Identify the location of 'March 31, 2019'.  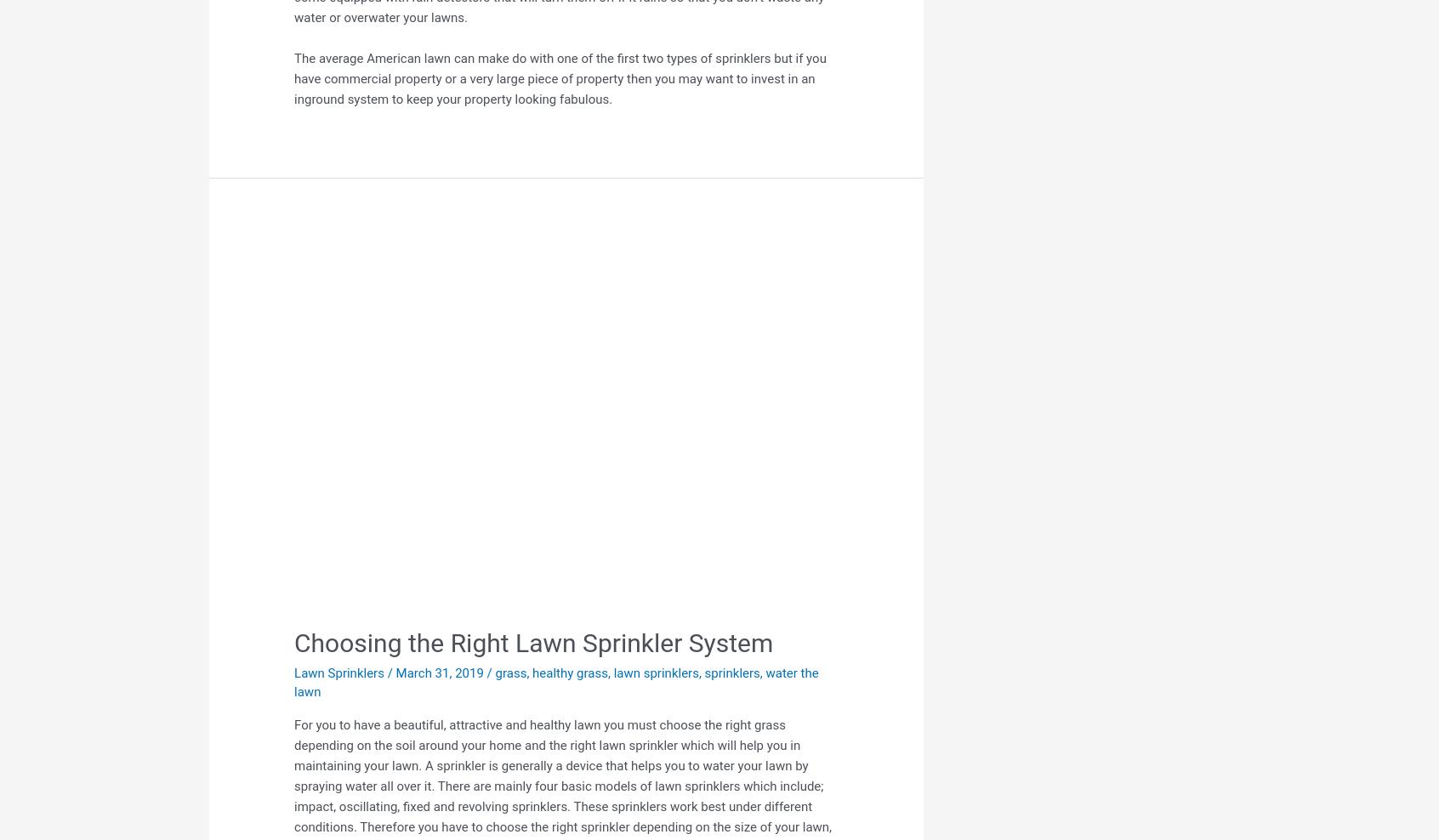
(441, 672).